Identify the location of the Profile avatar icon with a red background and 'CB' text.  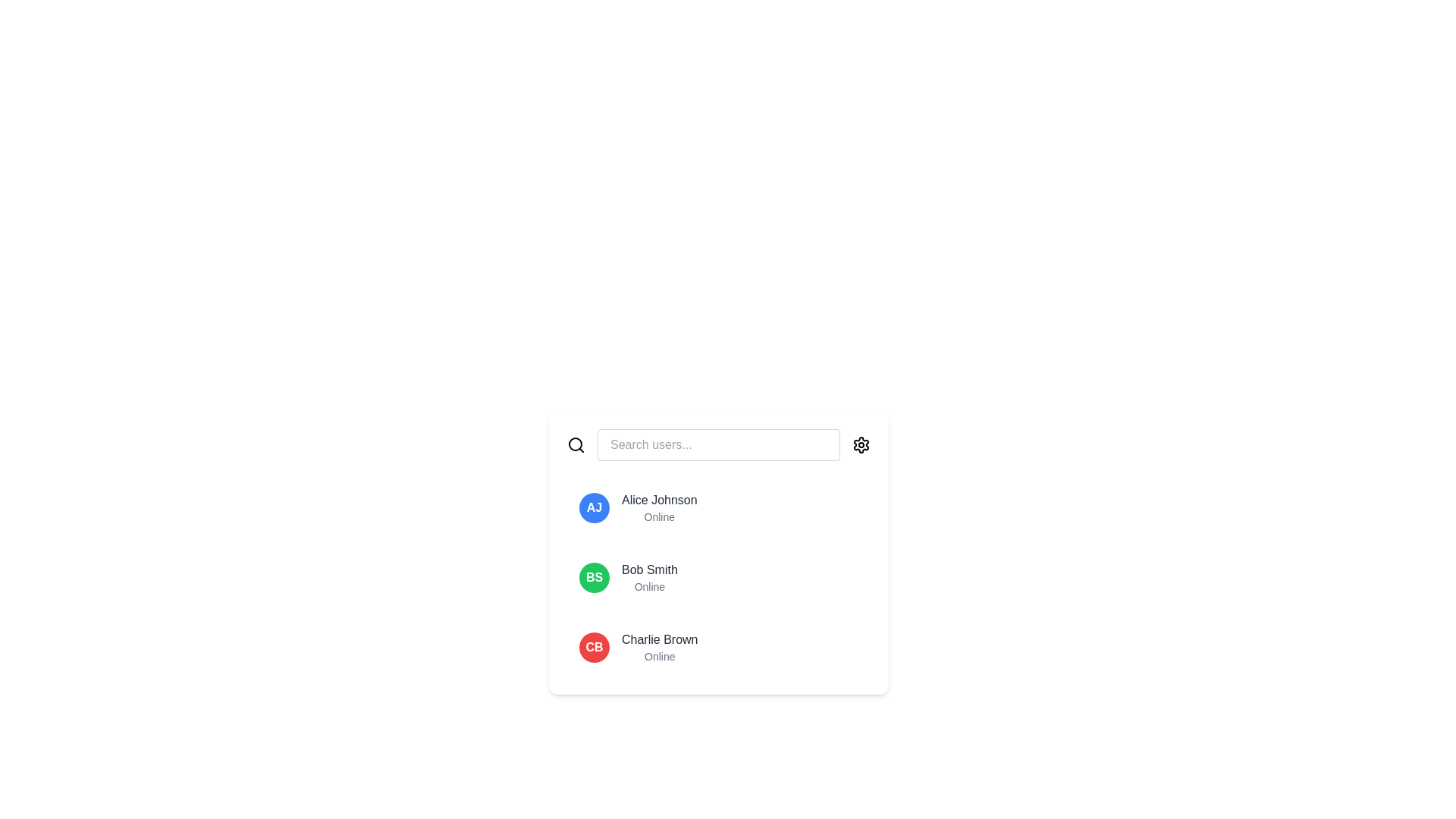
(593, 647).